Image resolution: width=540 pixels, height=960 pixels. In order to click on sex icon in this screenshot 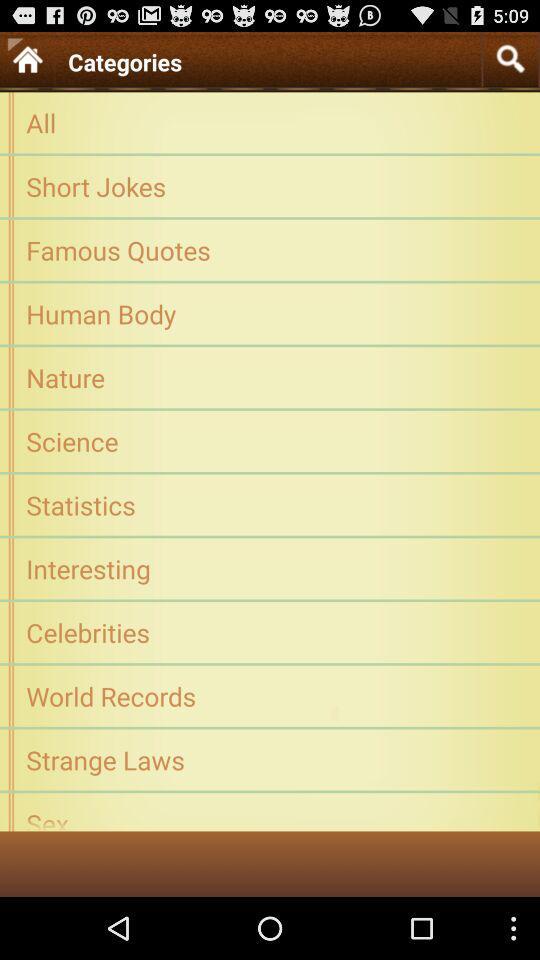, I will do `click(270, 818)`.